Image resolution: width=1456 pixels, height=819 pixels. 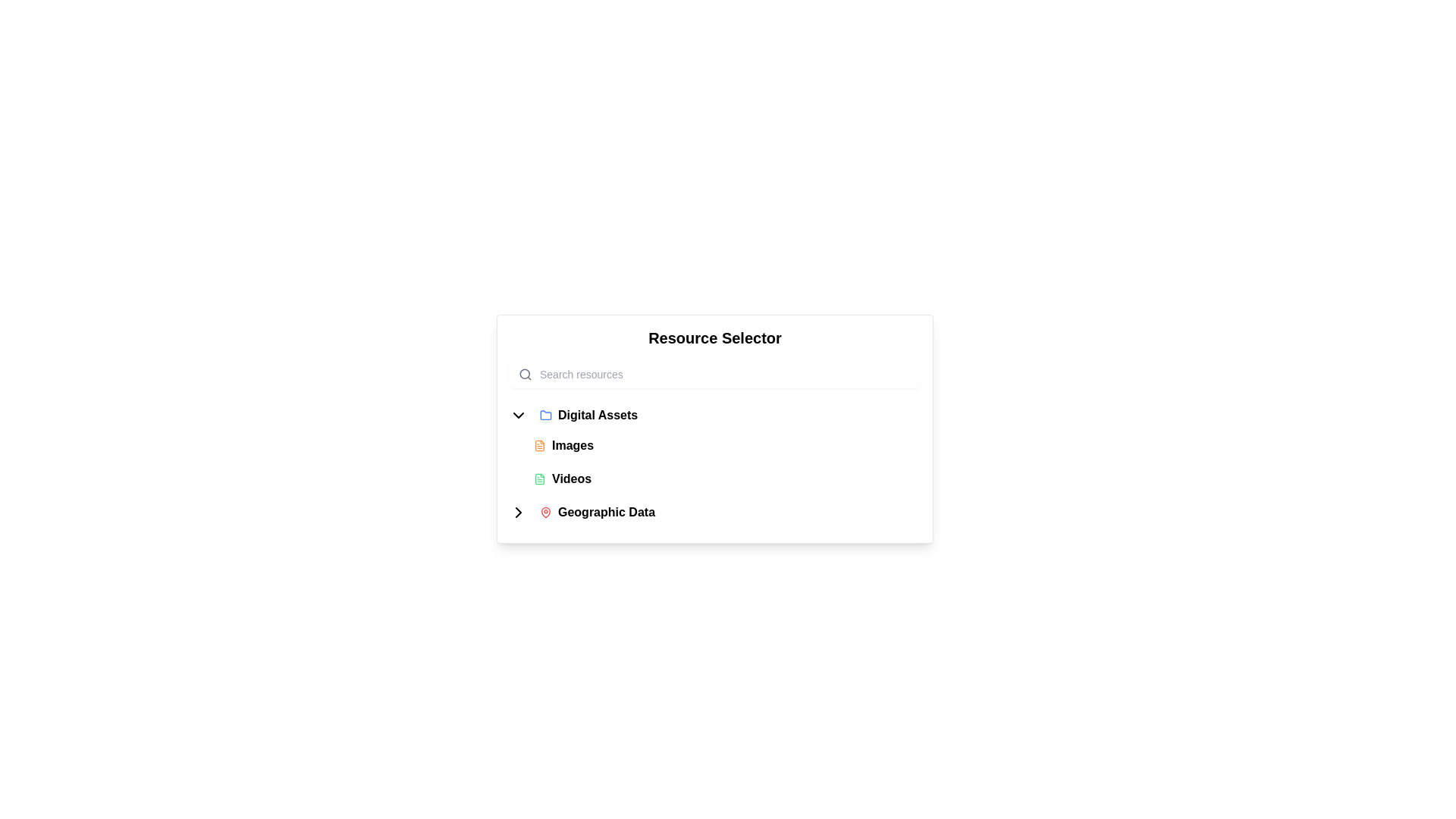 I want to click on the chevron-shaped navigational icon located near the top-left corner of the layout, adjacent to the 'Geographic Data' list entry, so click(x=519, y=512).